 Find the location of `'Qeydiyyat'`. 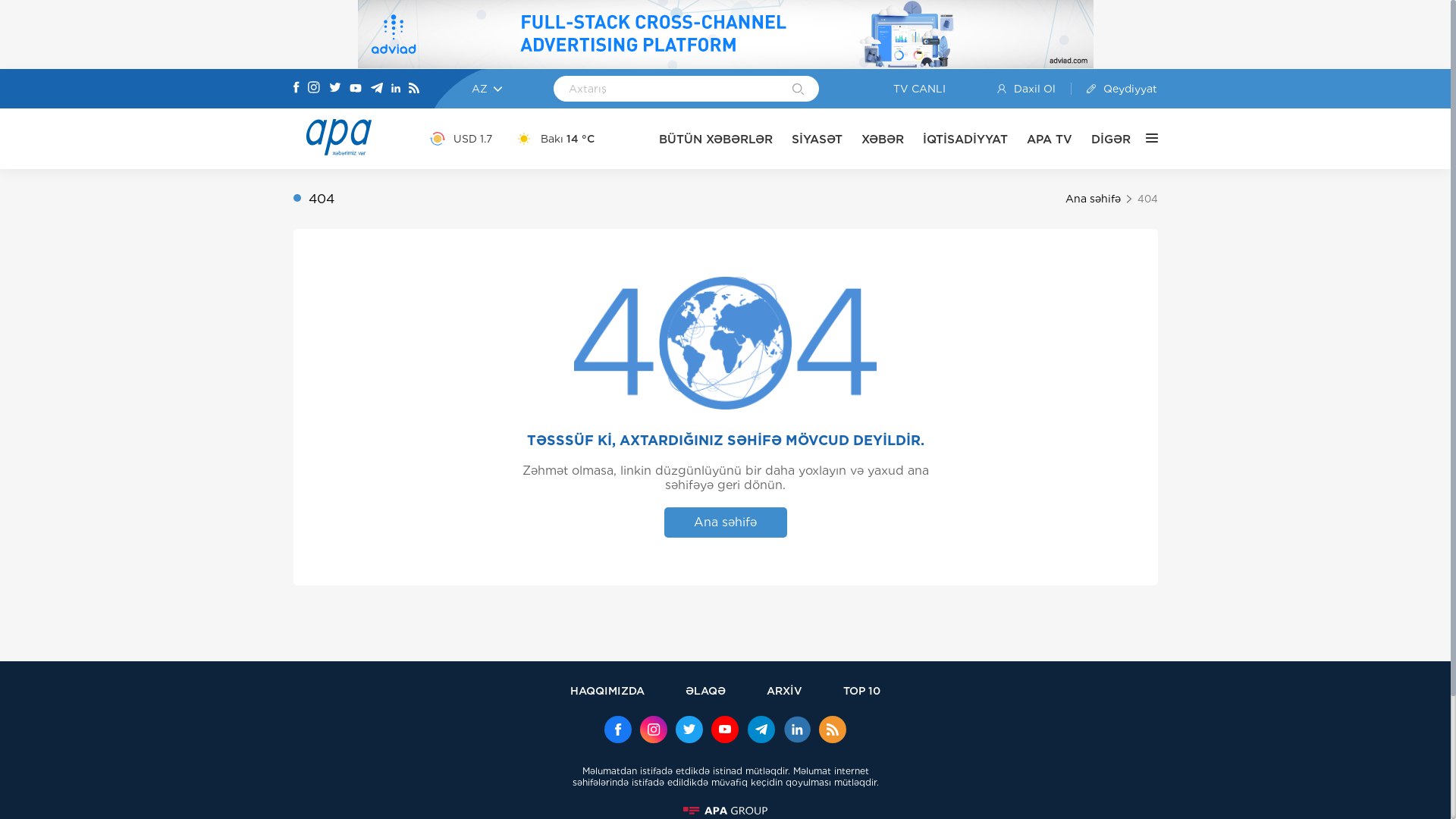

'Qeydiyyat' is located at coordinates (1114, 88).